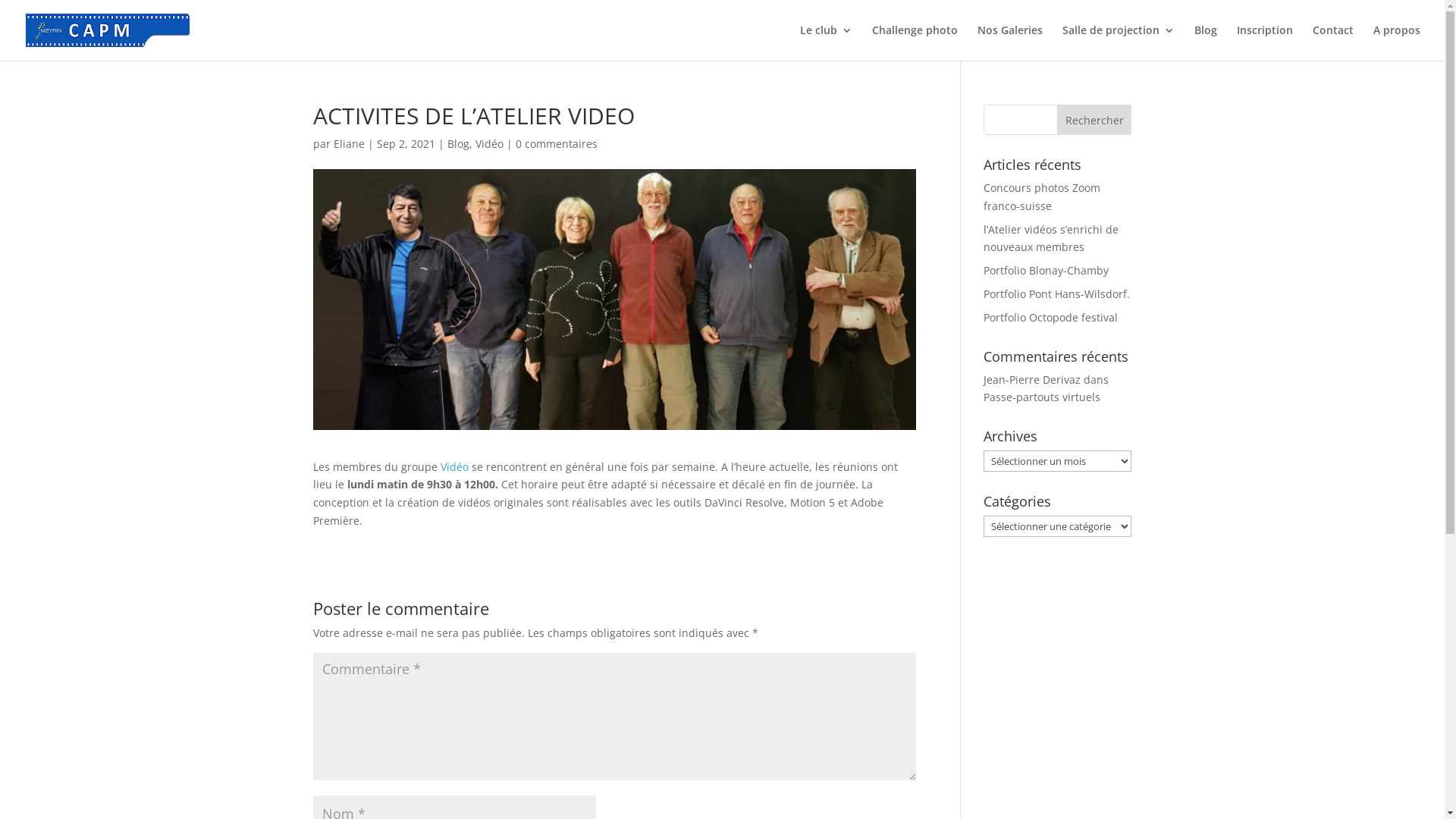  I want to click on 'Salle de projection', so click(1062, 42).